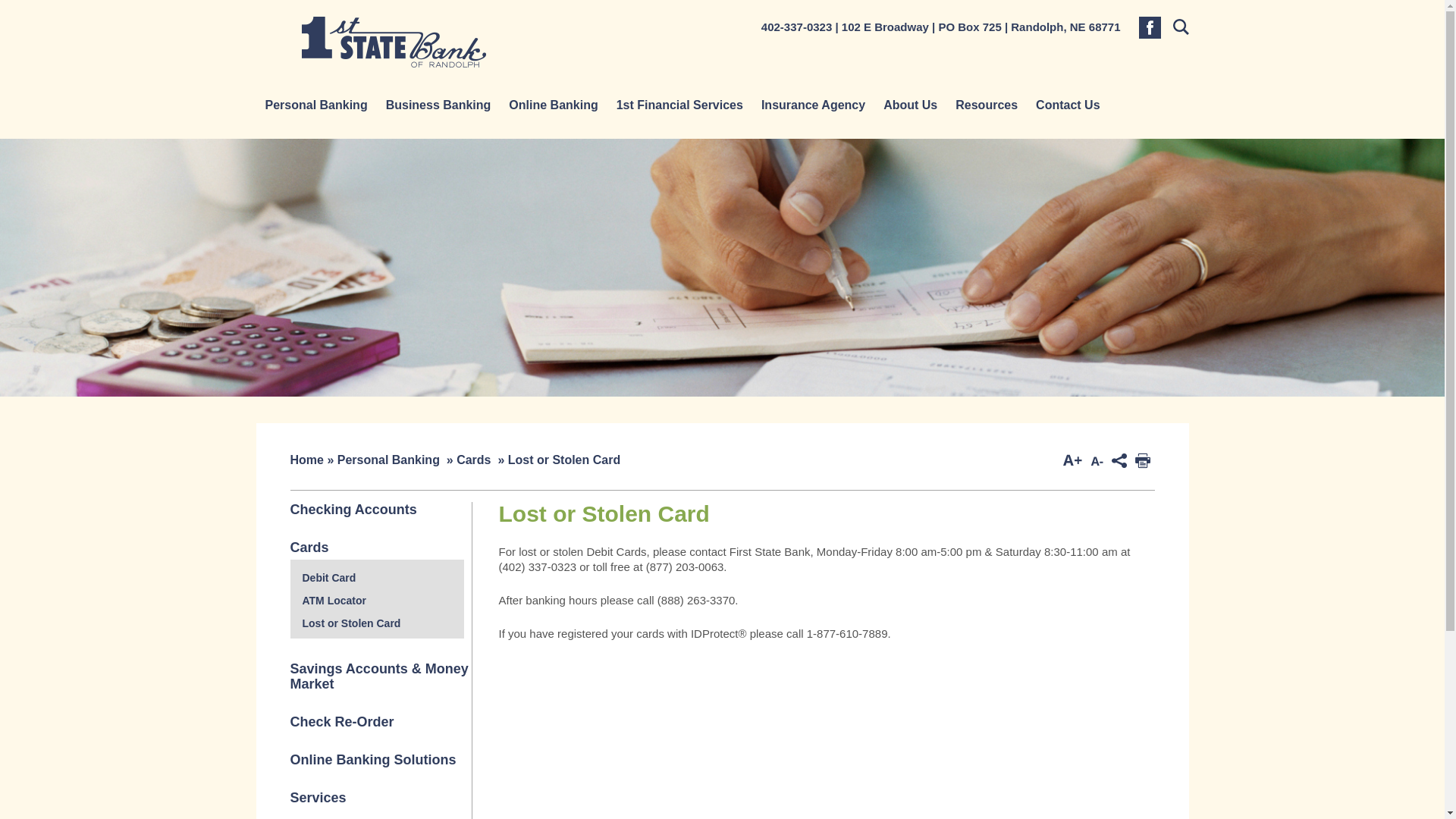 The image size is (1456, 819). Describe the element at coordinates (290, 675) in the screenshot. I see `'Savings Accounts & Money Market'` at that location.